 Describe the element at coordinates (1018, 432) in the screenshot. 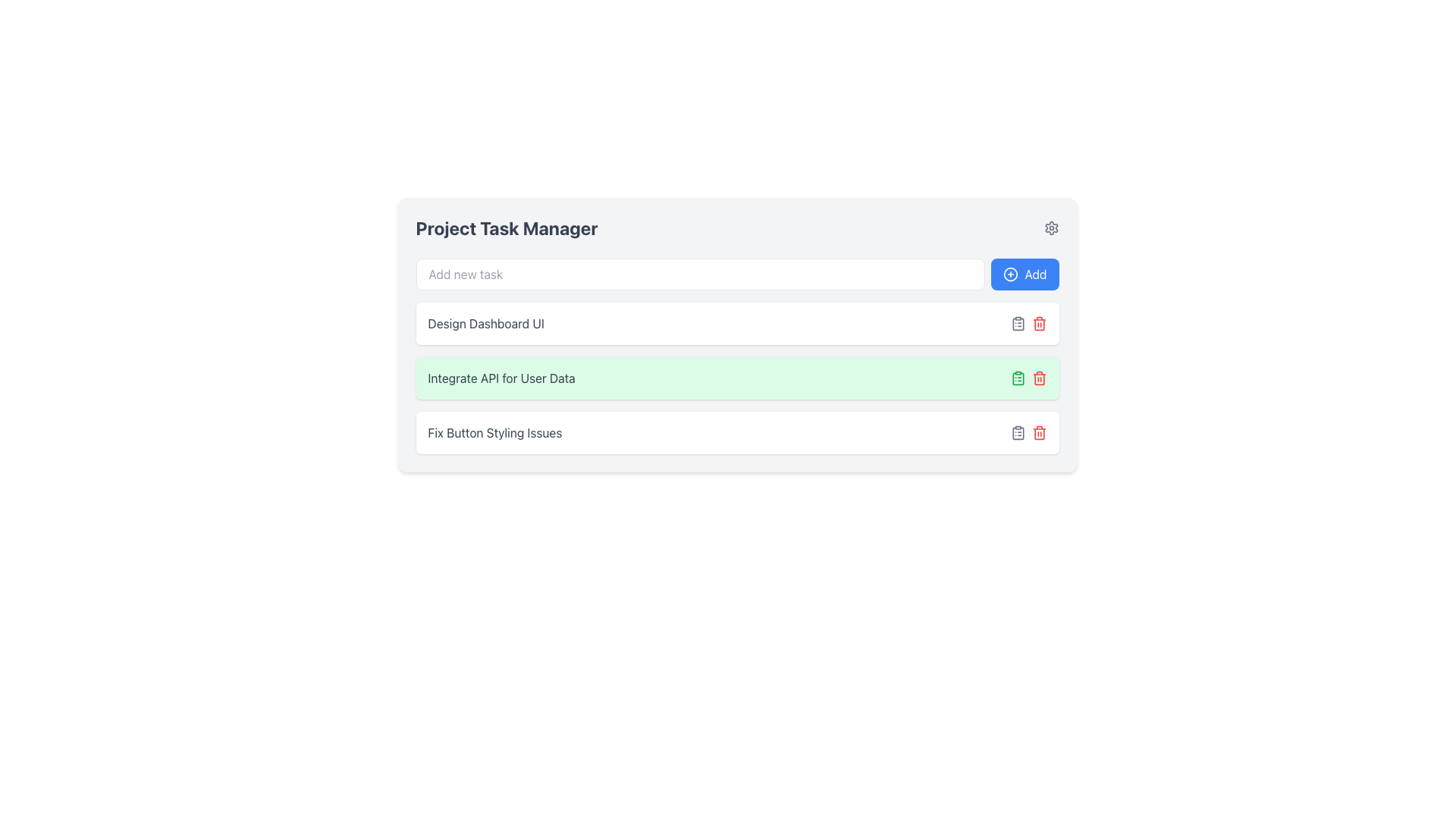

I see `the clipboard icon button that appears gray and changes to blue on hover, located to the left of the red trash bin icon in the third row of the task list labeled 'Integrate API for User Data'` at that location.